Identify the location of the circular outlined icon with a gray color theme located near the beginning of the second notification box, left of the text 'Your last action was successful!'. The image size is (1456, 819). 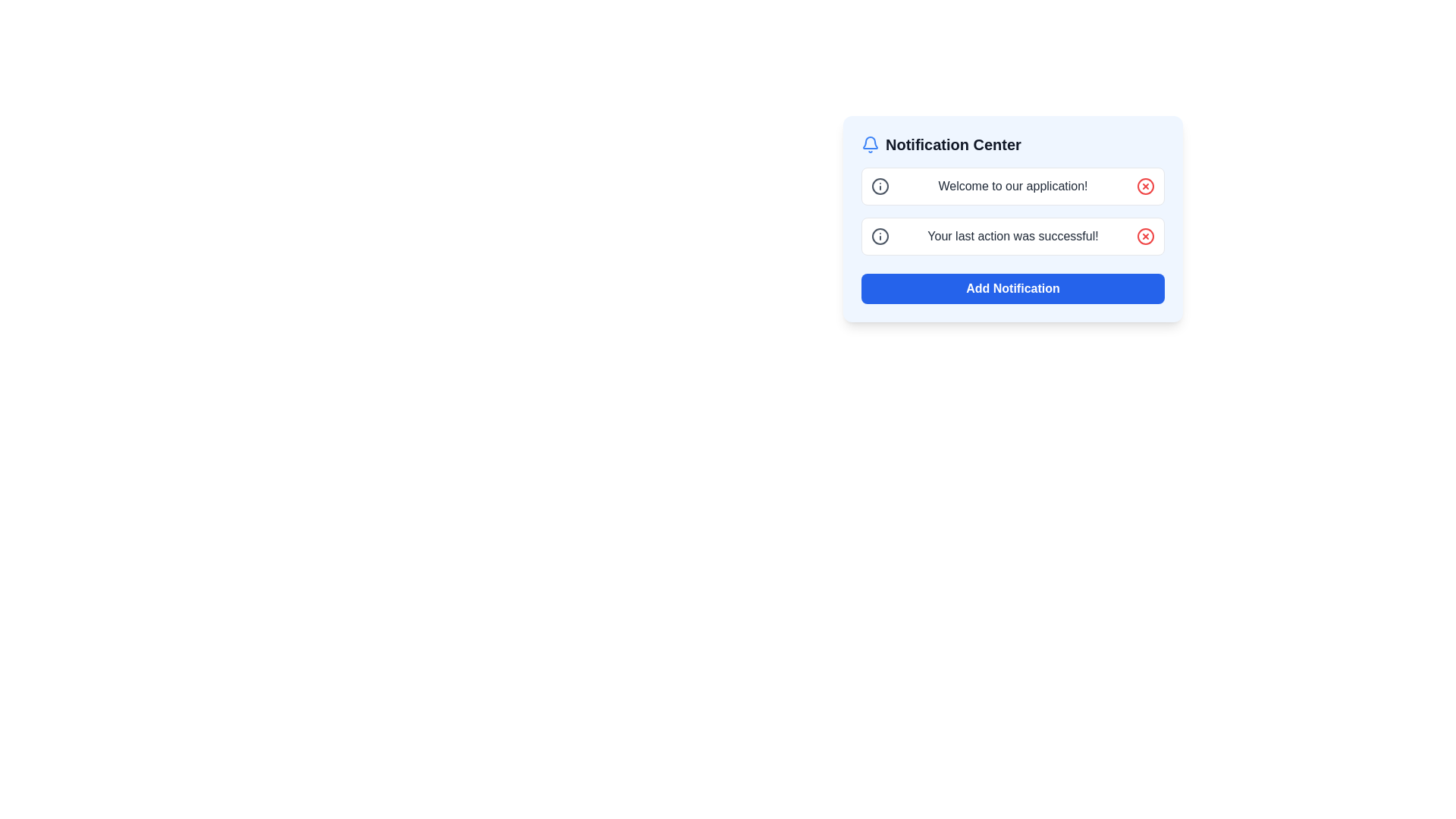
(880, 237).